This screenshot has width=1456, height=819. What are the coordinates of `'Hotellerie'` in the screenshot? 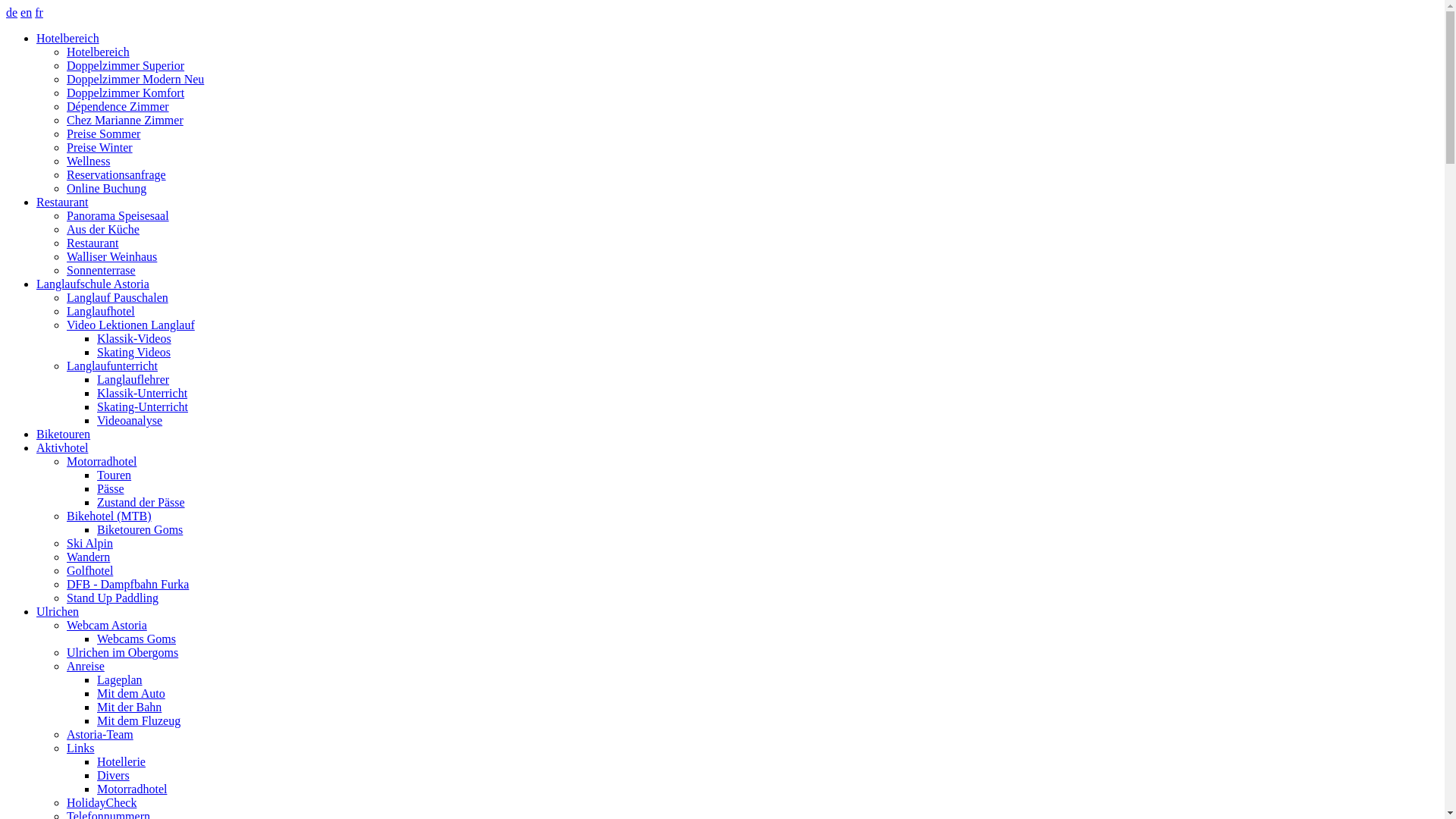 It's located at (96, 761).